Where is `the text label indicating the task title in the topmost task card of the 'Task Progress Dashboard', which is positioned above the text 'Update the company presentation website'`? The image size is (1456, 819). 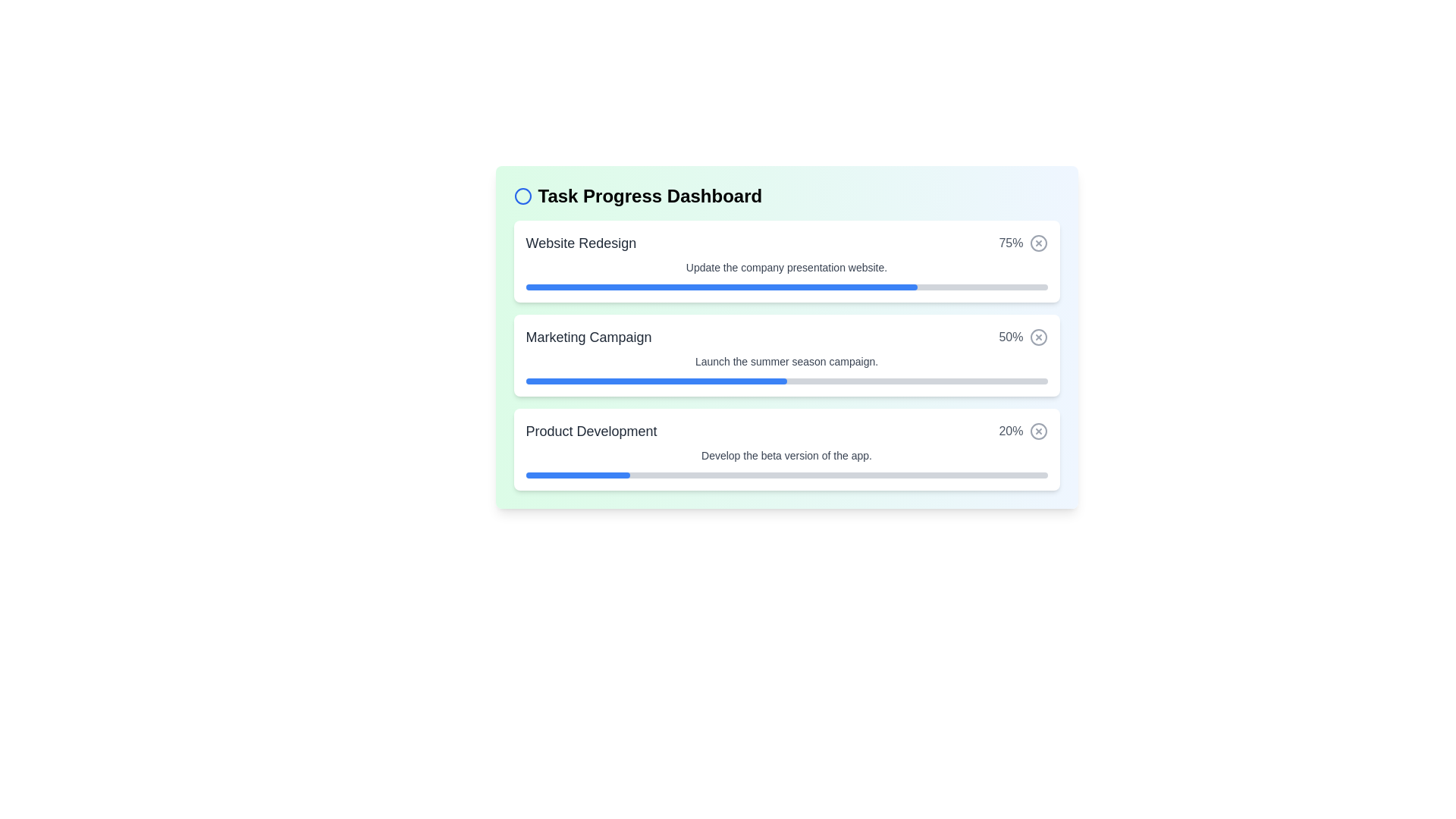
the text label indicating the task title in the topmost task card of the 'Task Progress Dashboard', which is positioned above the text 'Update the company presentation website' is located at coordinates (580, 242).